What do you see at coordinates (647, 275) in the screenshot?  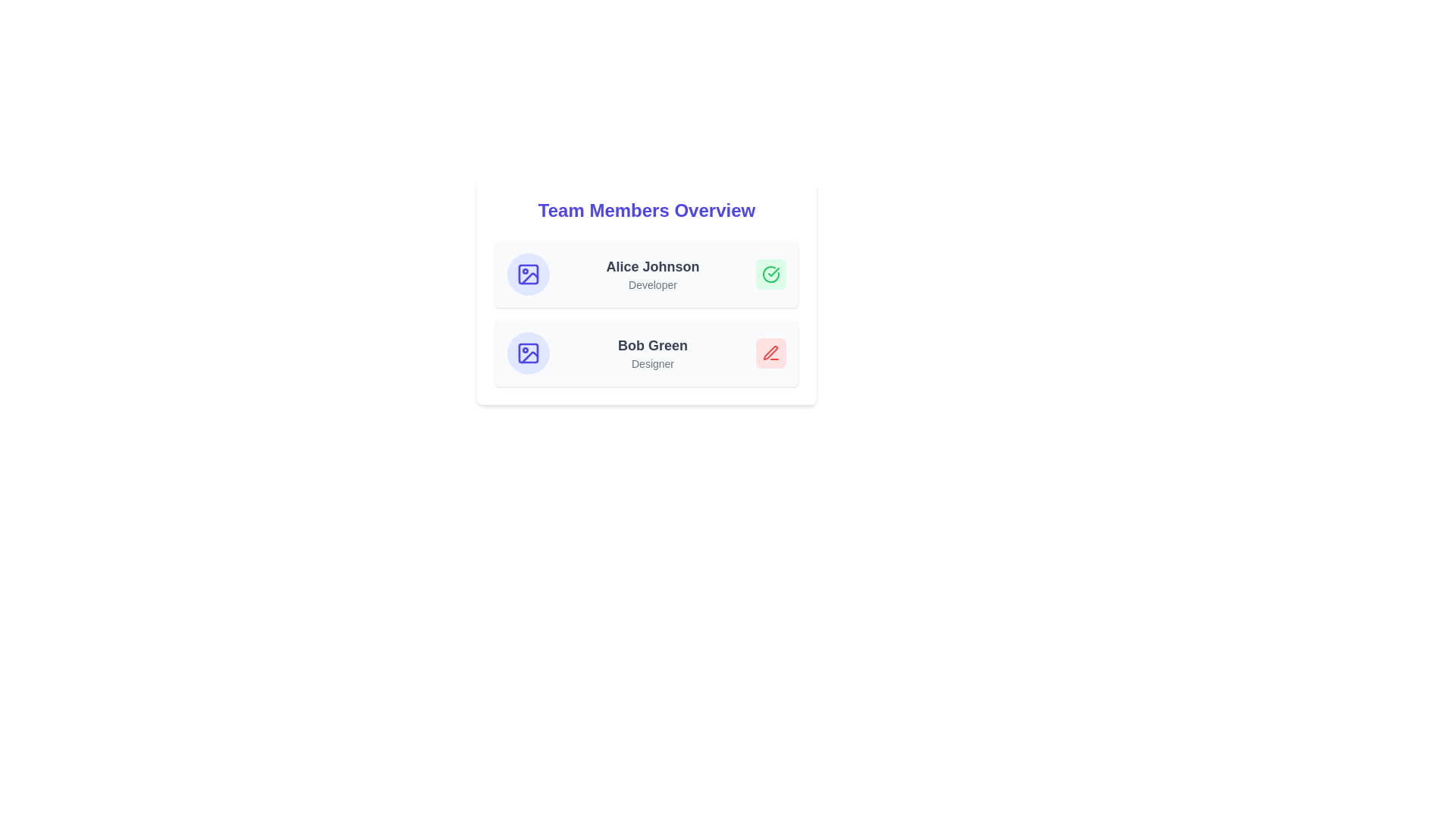 I see `the entry of the team member Alice Johnson to view their details` at bounding box center [647, 275].